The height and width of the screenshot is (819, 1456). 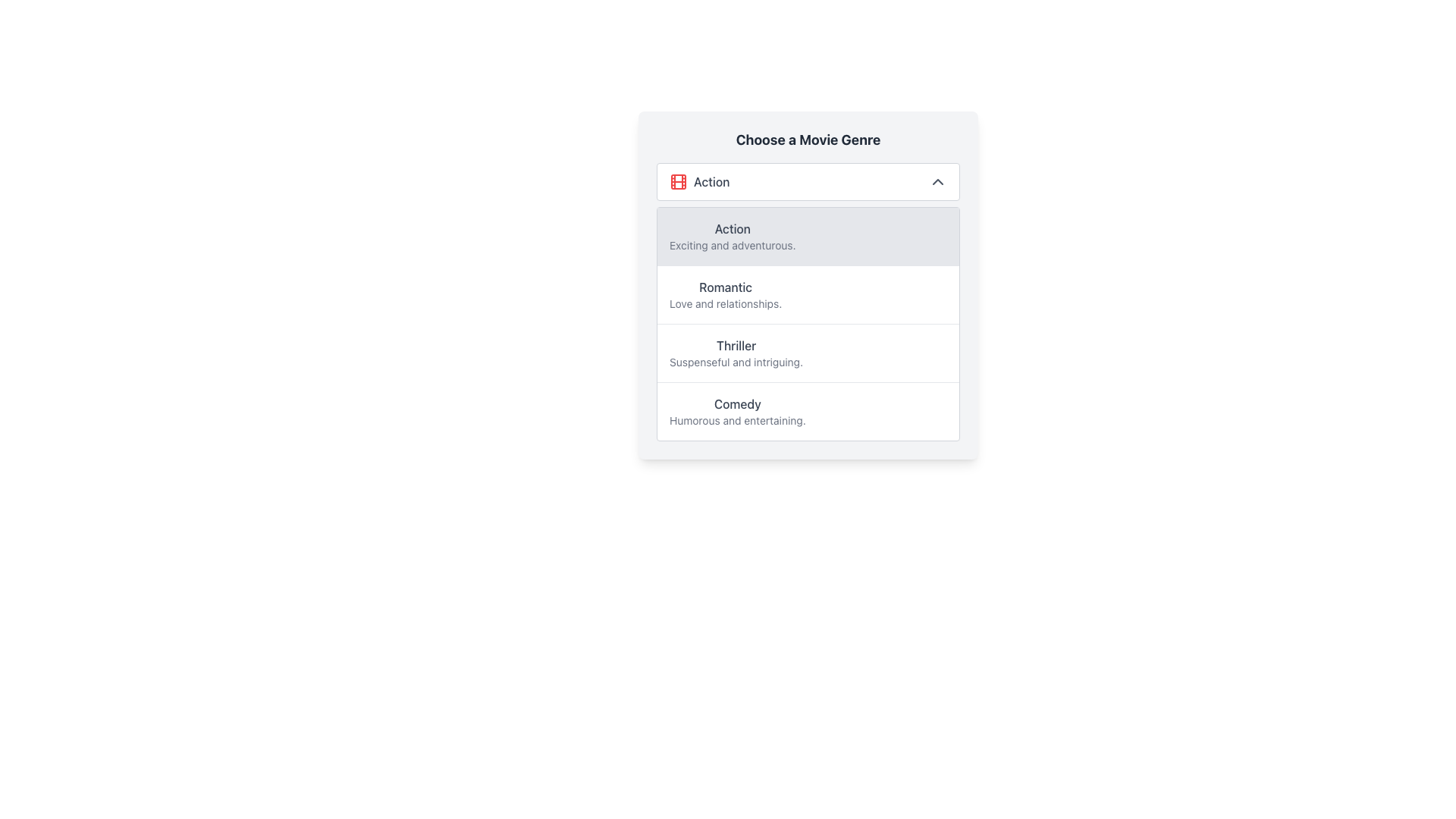 What do you see at coordinates (698, 180) in the screenshot?
I see `the 'Action' movie genre option in the dropdown menu` at bounding box center [698, 180].